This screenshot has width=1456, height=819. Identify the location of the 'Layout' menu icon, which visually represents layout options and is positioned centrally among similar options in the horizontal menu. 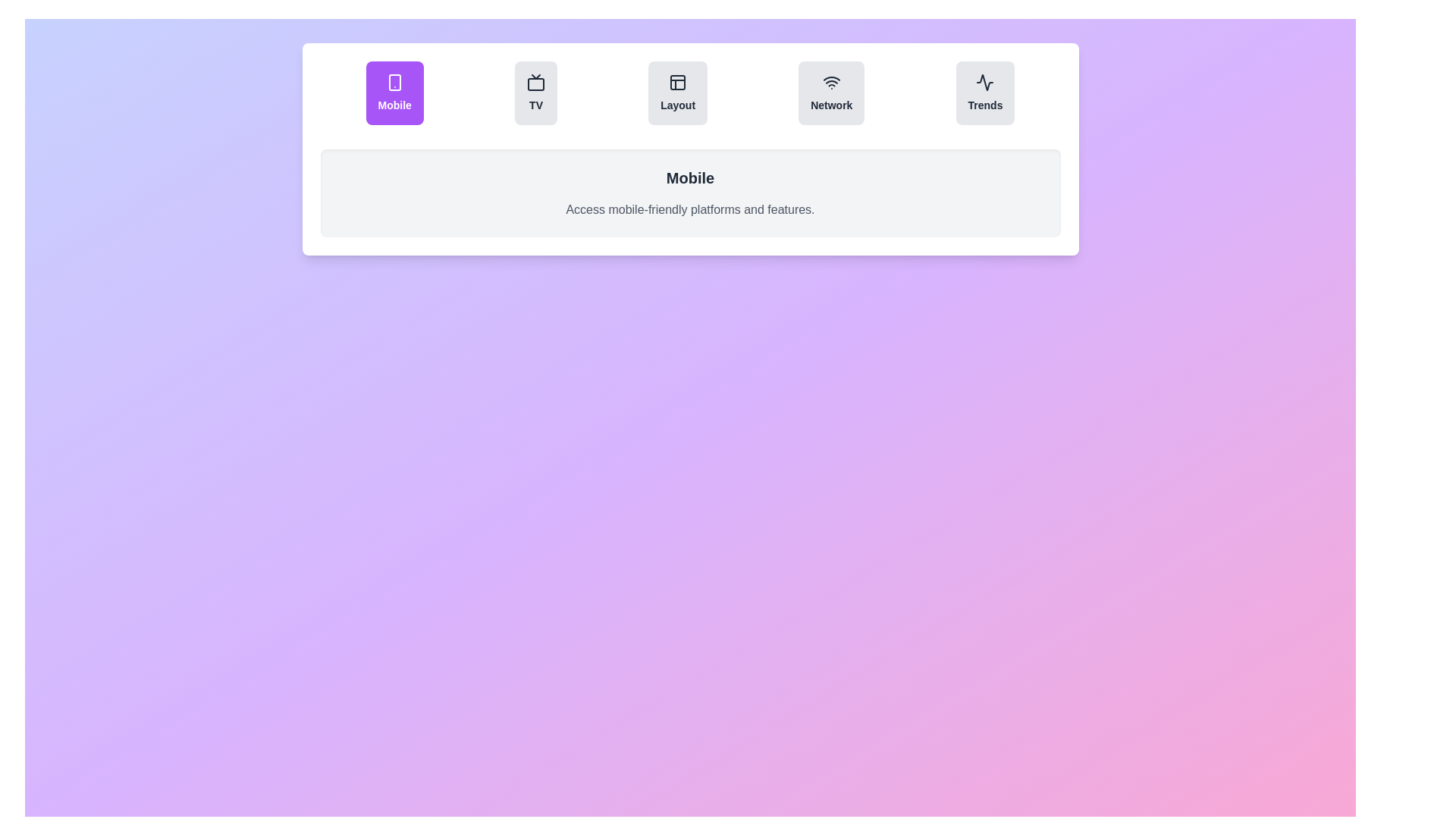
(677, 82).